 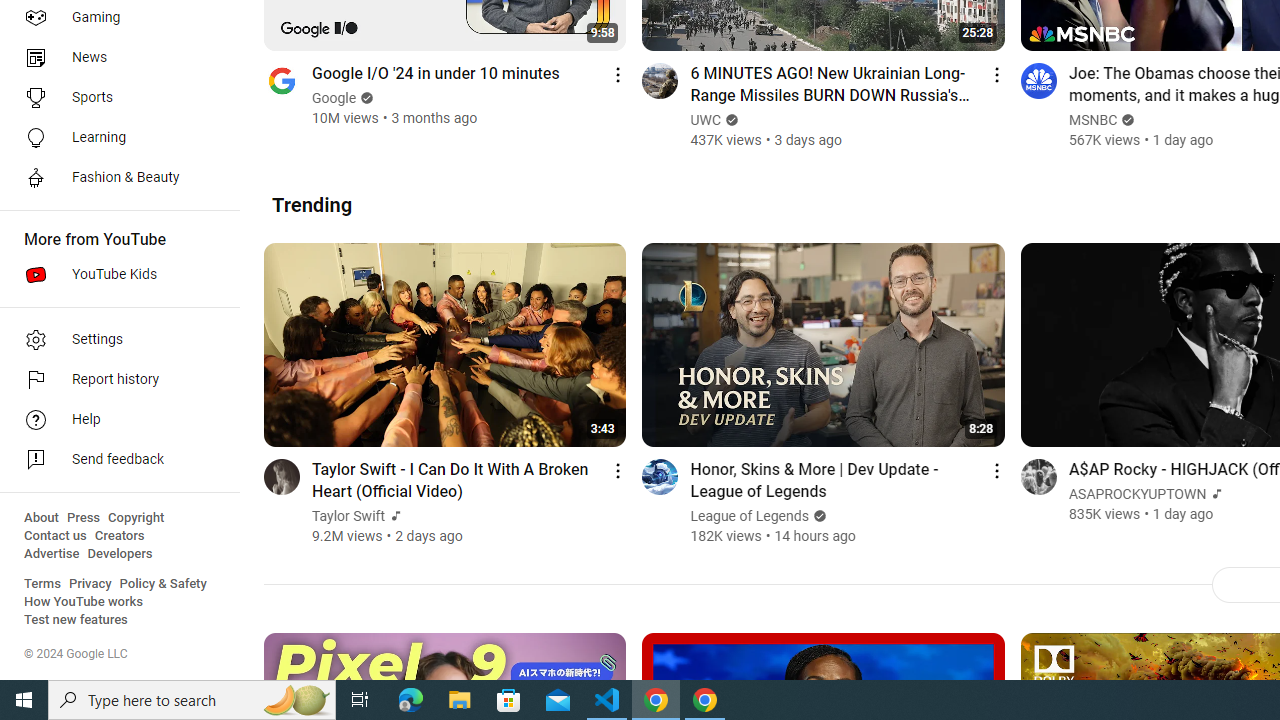 I want to click on 'Contact us', so click(x=55, y=535).